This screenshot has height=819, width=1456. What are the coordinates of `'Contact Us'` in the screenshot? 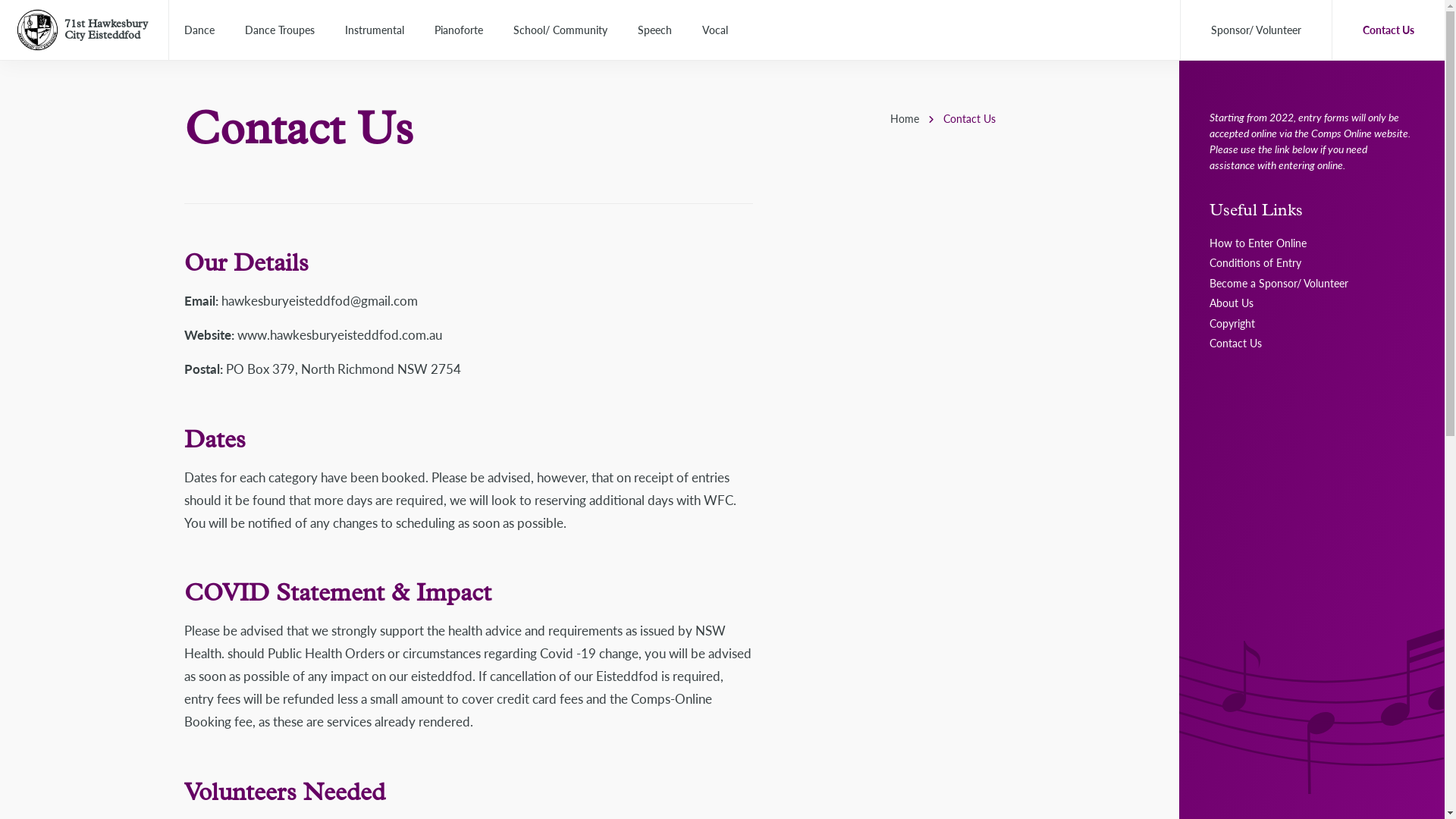 It's located at (1388, 30).